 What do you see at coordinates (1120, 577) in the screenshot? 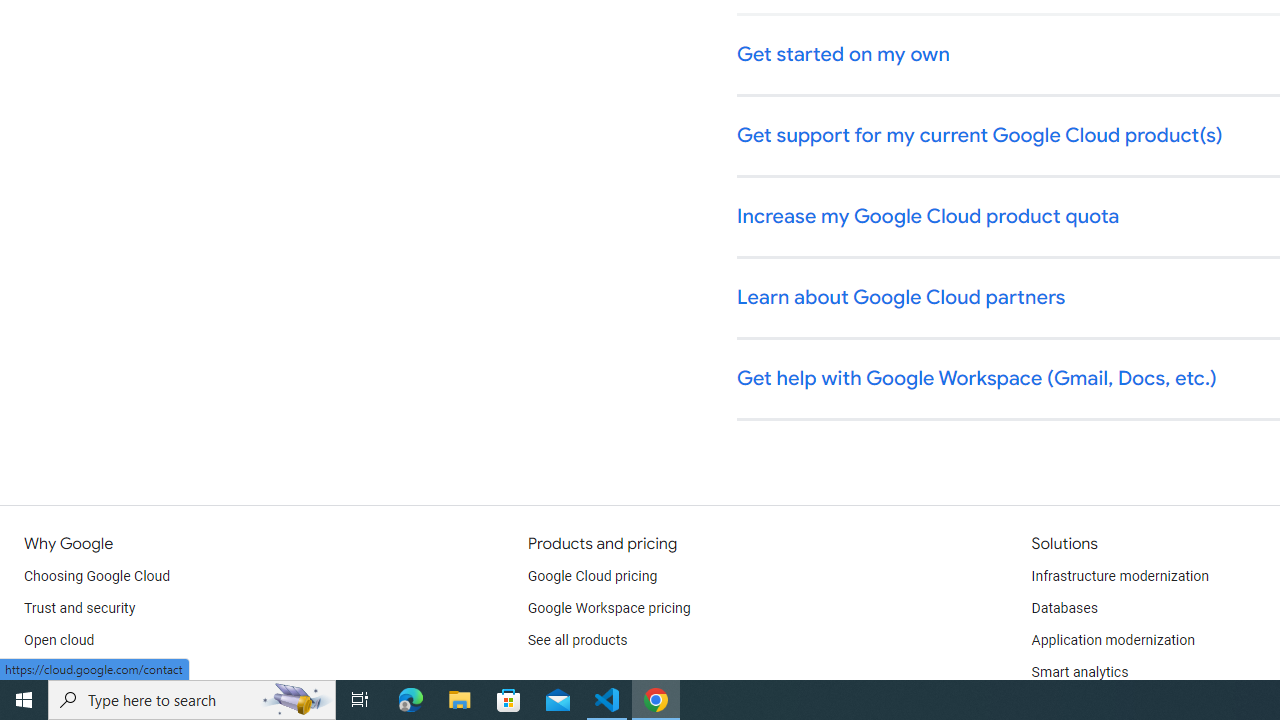
I see `'Infrastructure modernization'` at bounding box center [1120, 577].